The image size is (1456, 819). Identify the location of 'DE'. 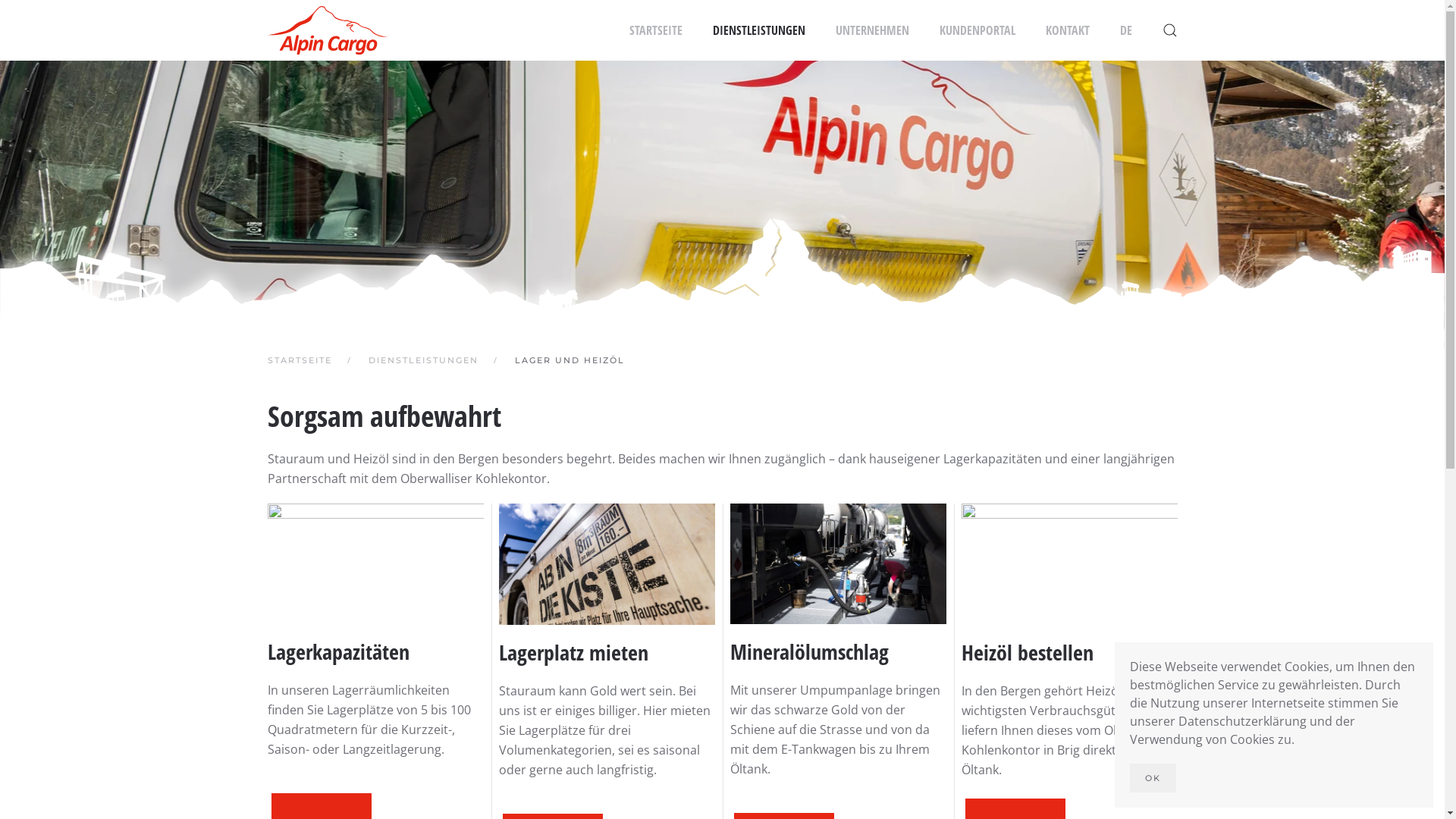
(1125, 30).